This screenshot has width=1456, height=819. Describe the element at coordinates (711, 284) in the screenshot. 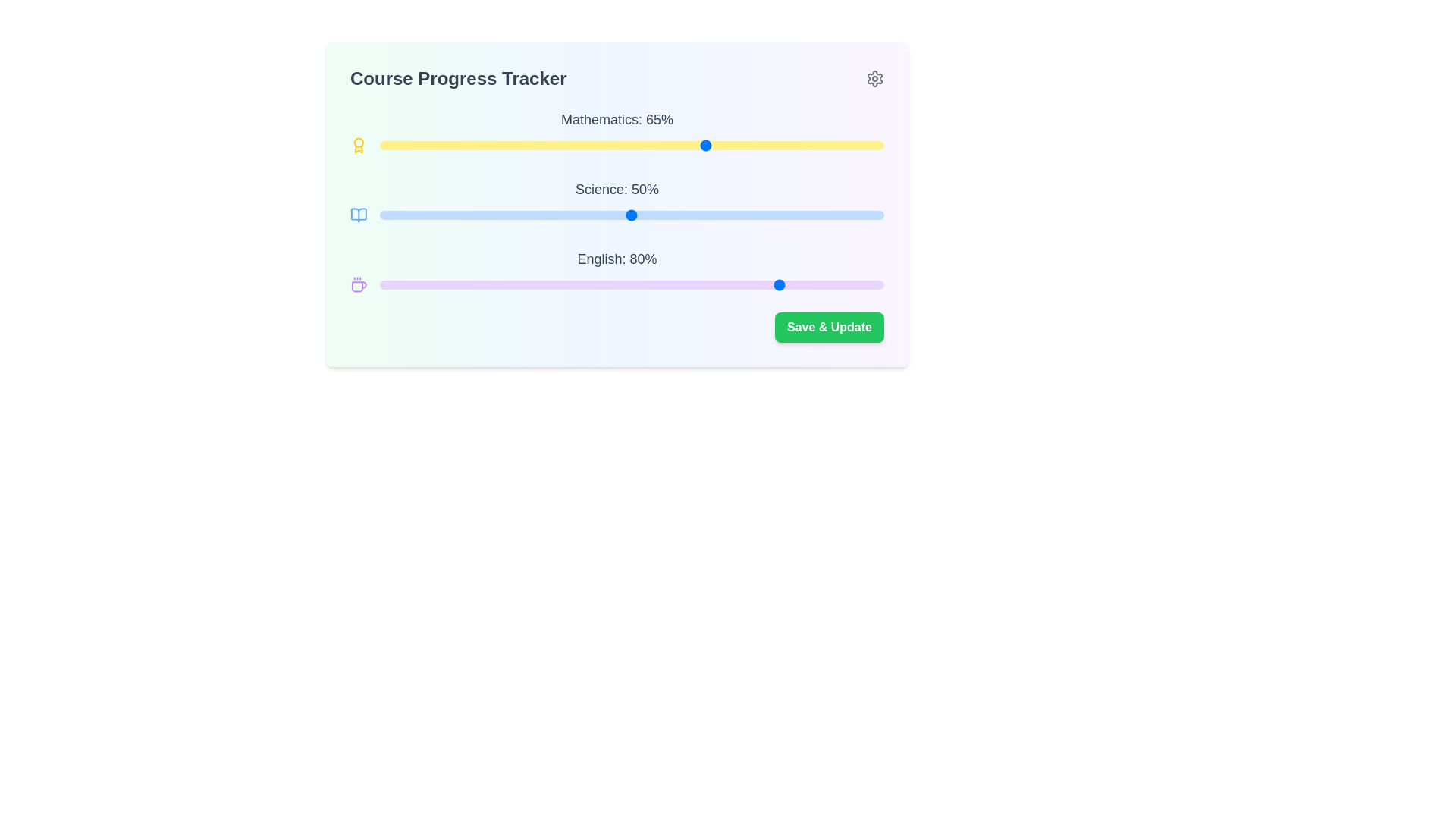

I see `the English progress` at that location.